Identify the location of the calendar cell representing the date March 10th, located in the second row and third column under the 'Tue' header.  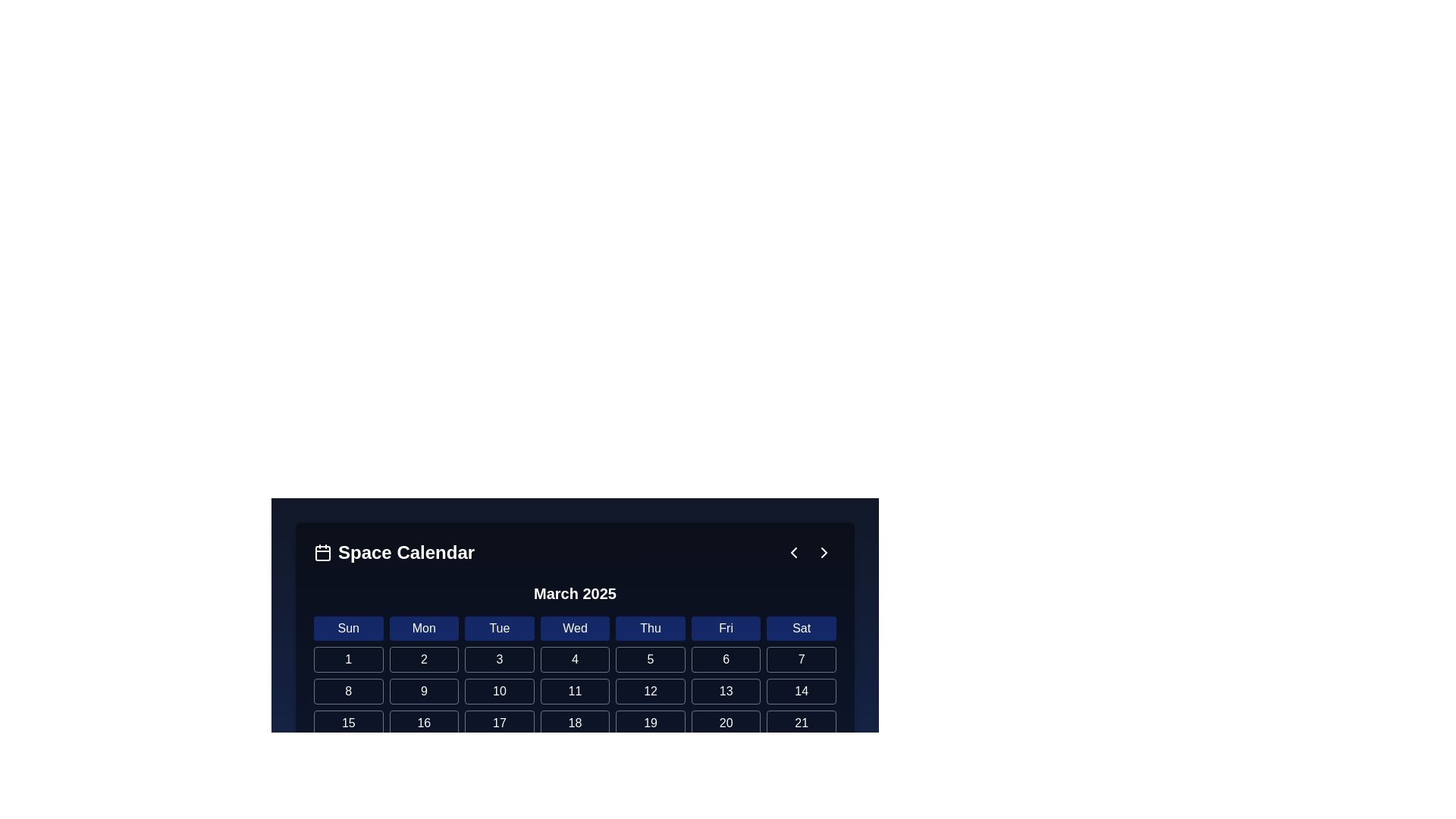
(499, 691).